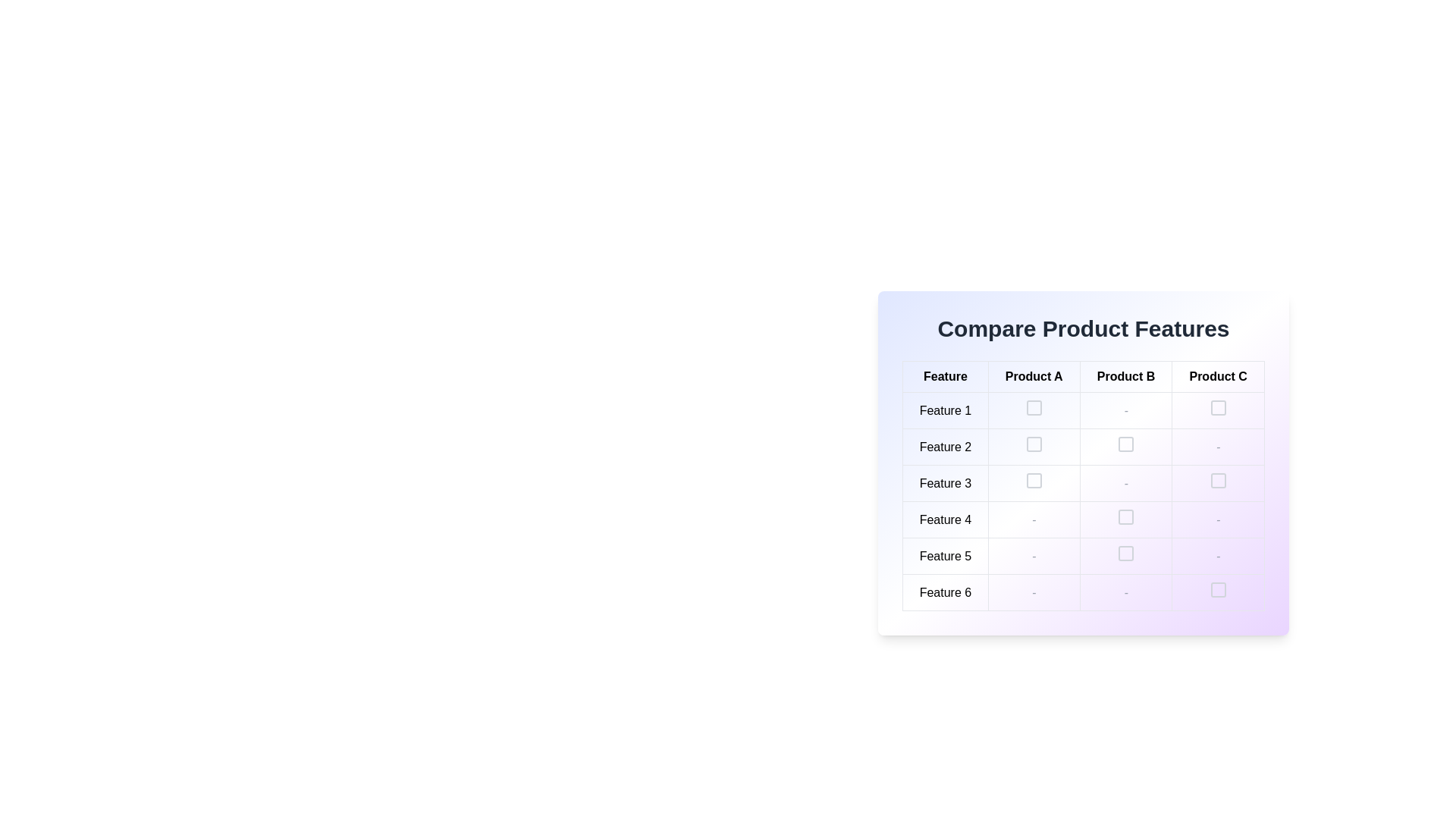 The width and height of the screenshot is (1456, 819). Describe the element at coordinates (1126, 553) in the screenshot. I see `square-shaped gray icon located in the 'Compare Product Features' table under 'Product B' for 'Feature 5' to gather details about its styling or purpose` at that location.